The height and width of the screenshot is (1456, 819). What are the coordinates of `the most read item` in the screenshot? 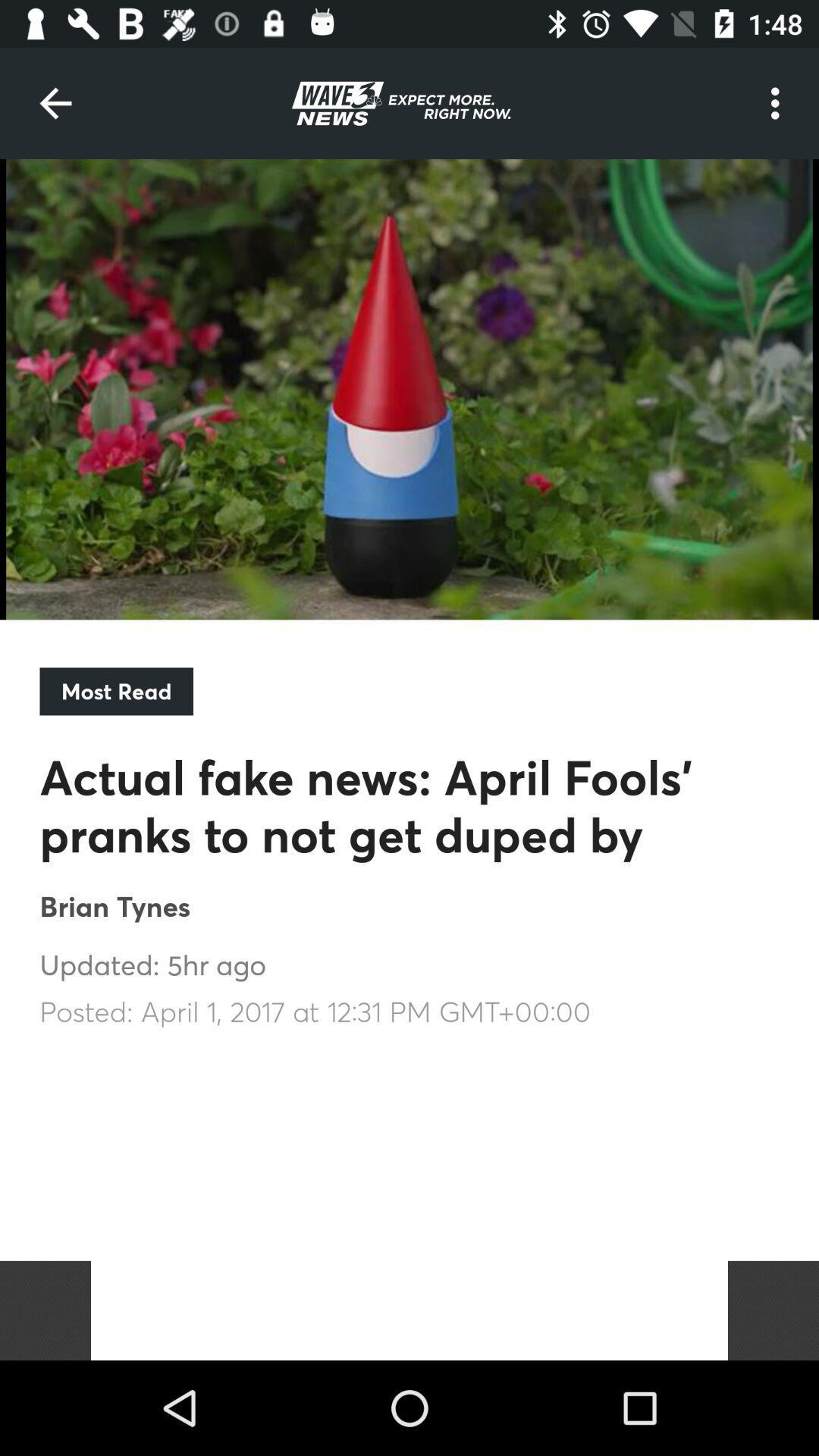 It's located at (115, 691).